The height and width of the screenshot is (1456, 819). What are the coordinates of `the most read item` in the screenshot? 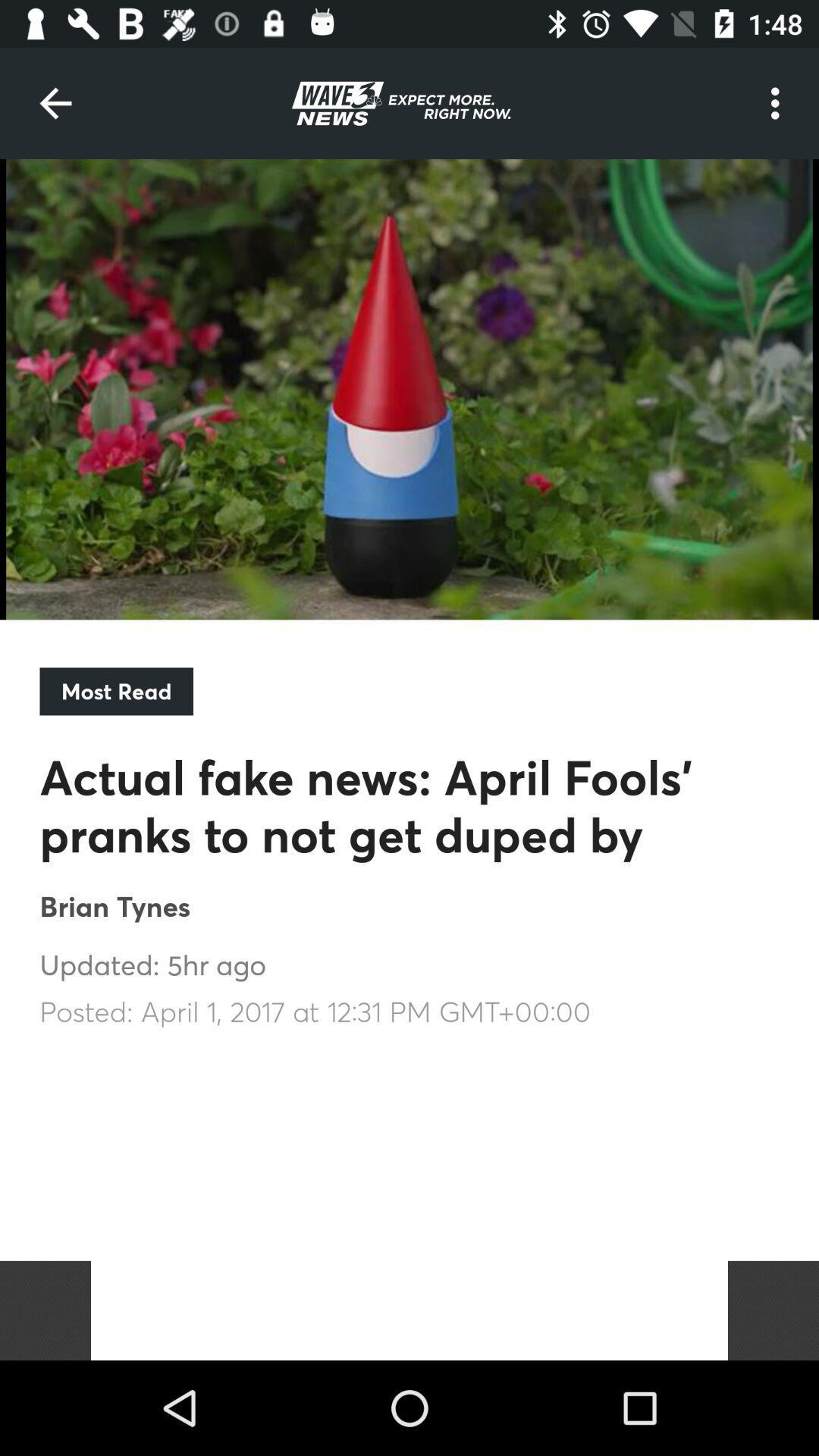 It's located at (115, 691).